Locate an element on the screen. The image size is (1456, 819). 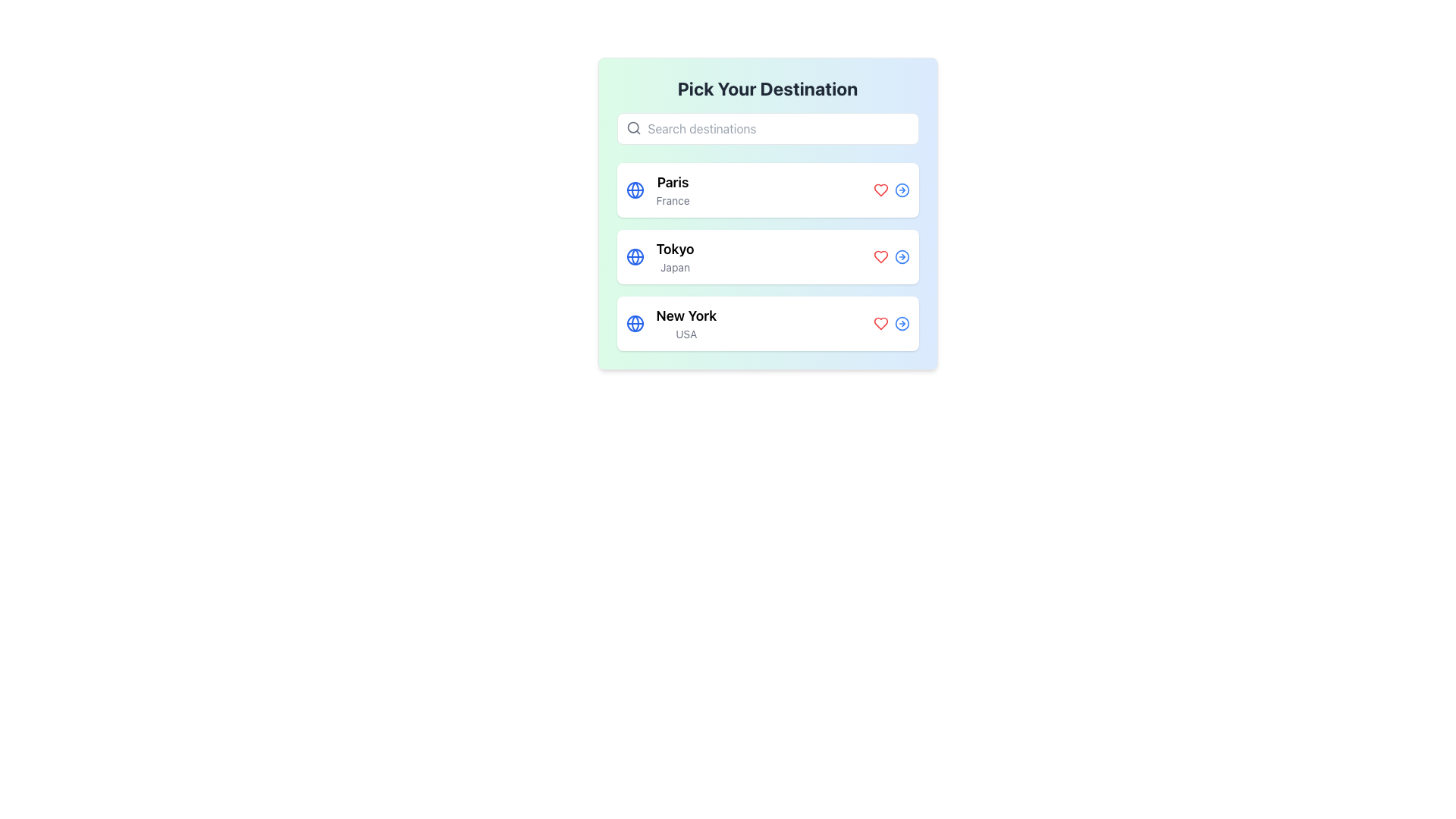
the text label indicating the destination 'Paris', which is the first line of textual information in the card component titled 'Pick Your Destination' is located at coordinates (672, 181).